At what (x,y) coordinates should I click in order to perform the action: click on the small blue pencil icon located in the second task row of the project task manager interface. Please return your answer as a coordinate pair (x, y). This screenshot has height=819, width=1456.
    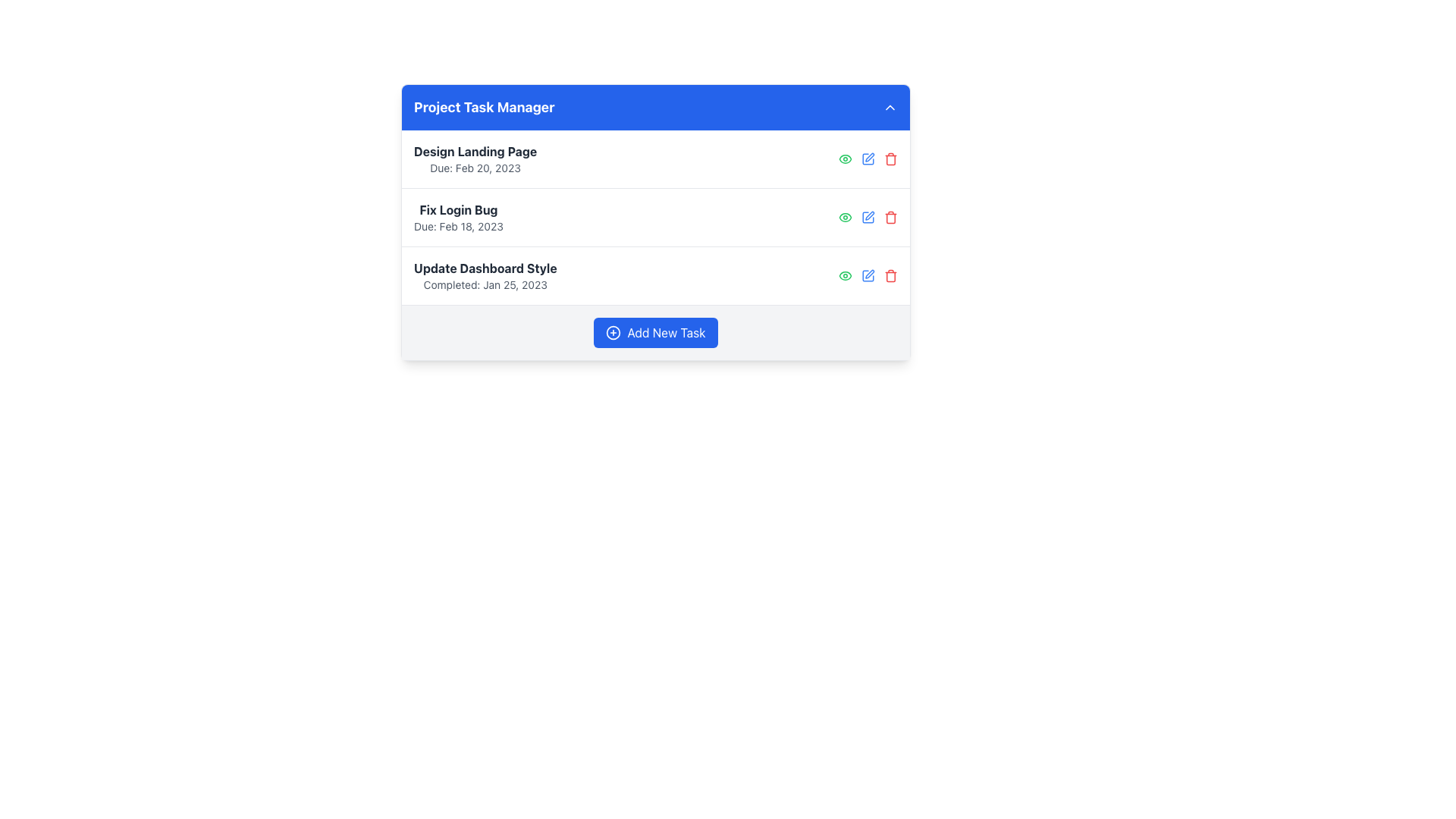
    Looking at the image, I should click on (868, 217).